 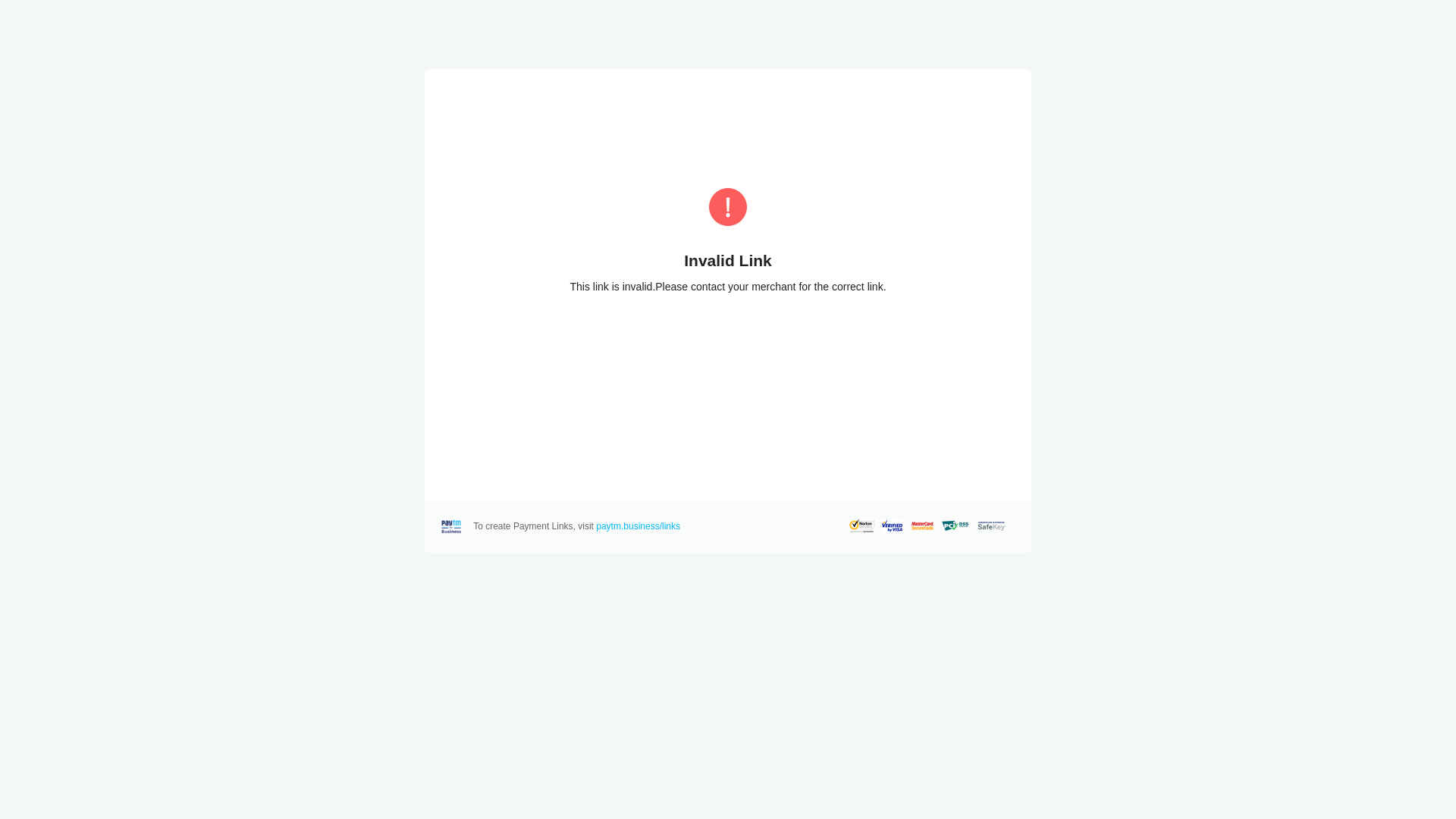 What do you see at coordinates (638, 526) in the screenshot?
I see `'paytm.business/links'` at bounding box center [638, 526].